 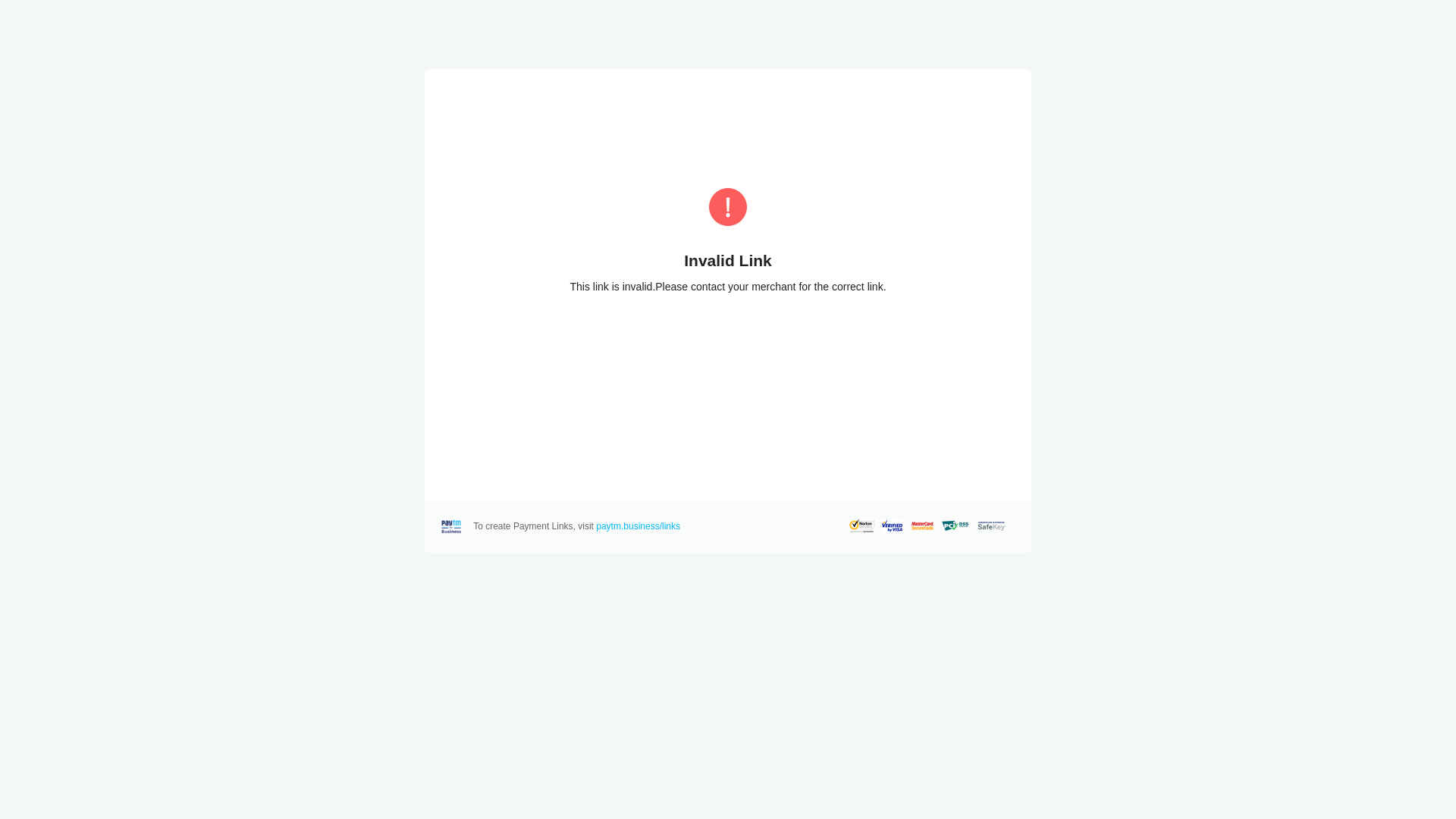 What do you see at coordinates (638, 526) in the screenshot?
I see `'paytm.business/links'` at bounding box center [638, 526].